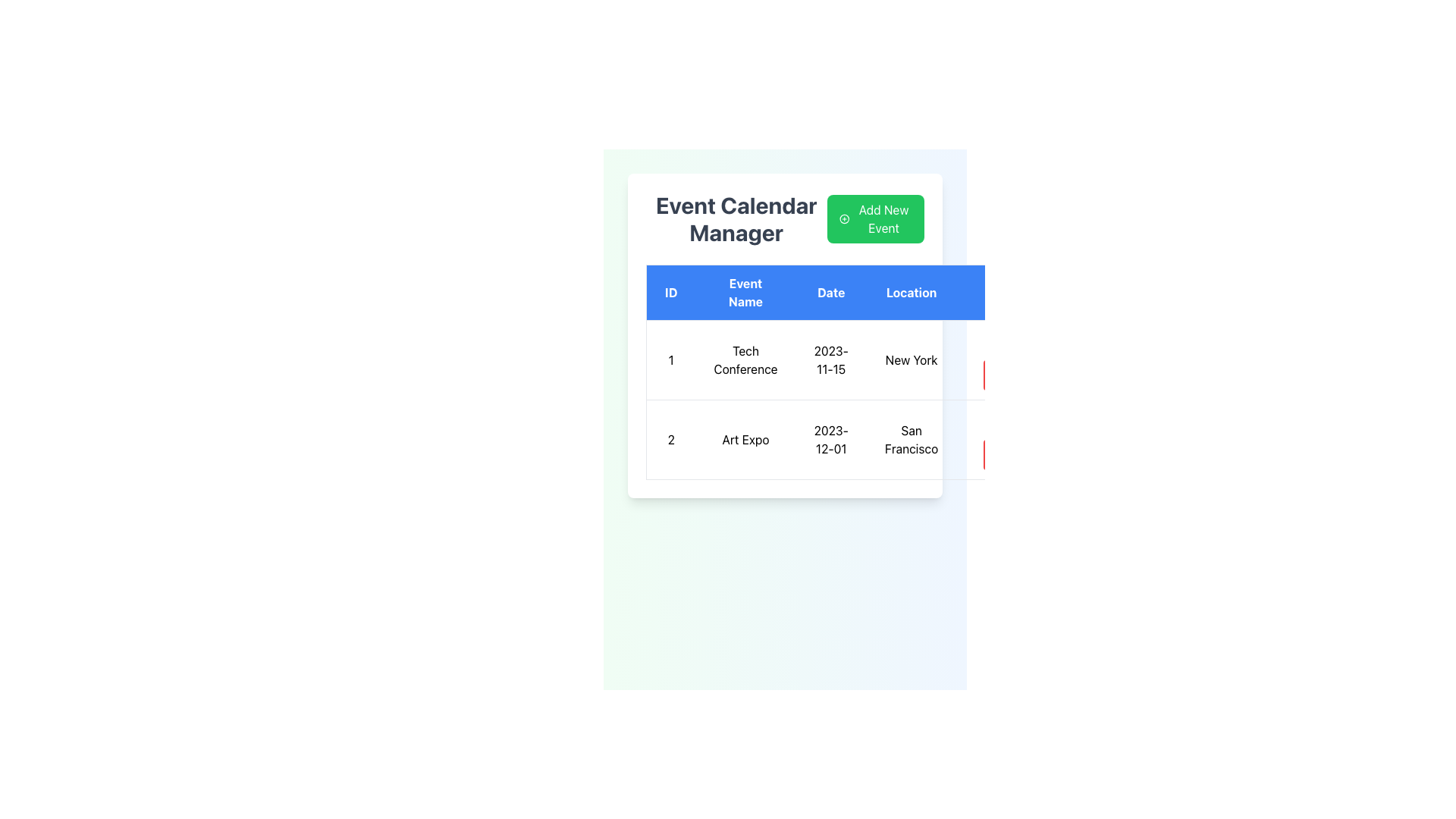 Image resolution: width=1456 pixels, height=819 pixels. Describe the element at coordinates (785, 219) in the screenshot. I see `text 'Event Calendar Manager' from the header with the action button for managing events` at that location.